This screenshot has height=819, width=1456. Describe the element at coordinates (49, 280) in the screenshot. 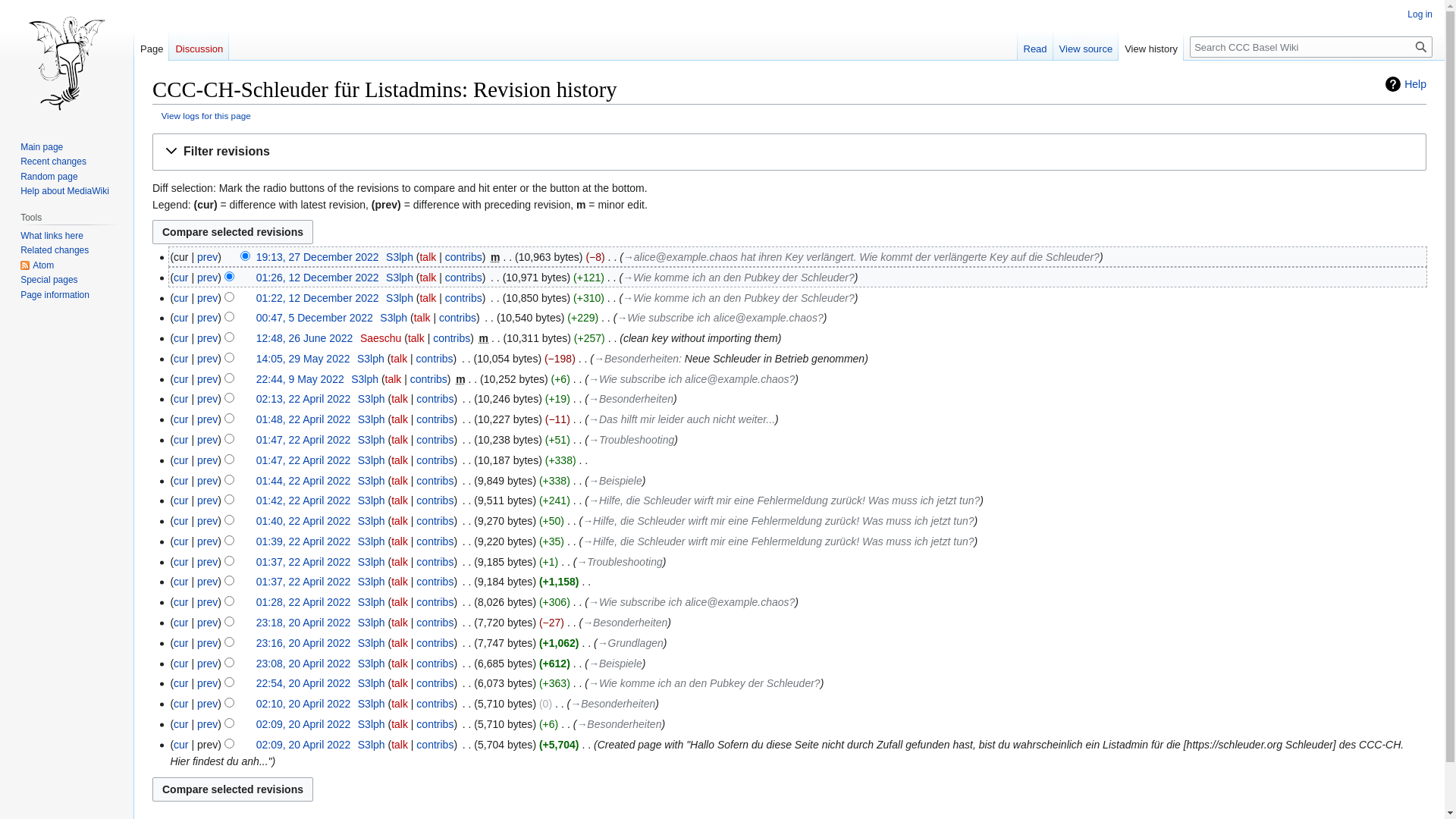

I see `'Special pages'` at that location.